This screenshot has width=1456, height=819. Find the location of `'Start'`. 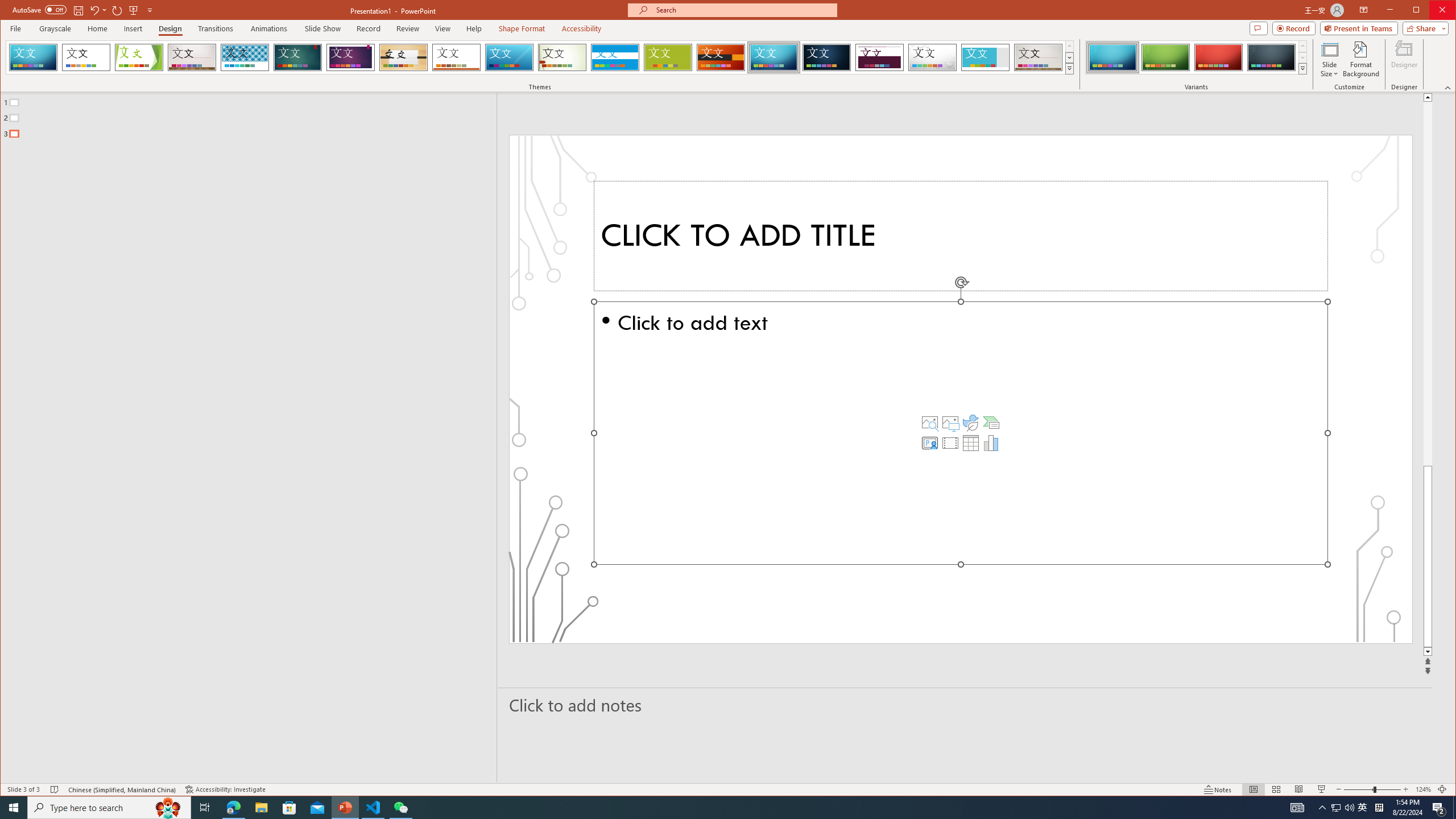

'Start' is located at coordinates (14, 806).